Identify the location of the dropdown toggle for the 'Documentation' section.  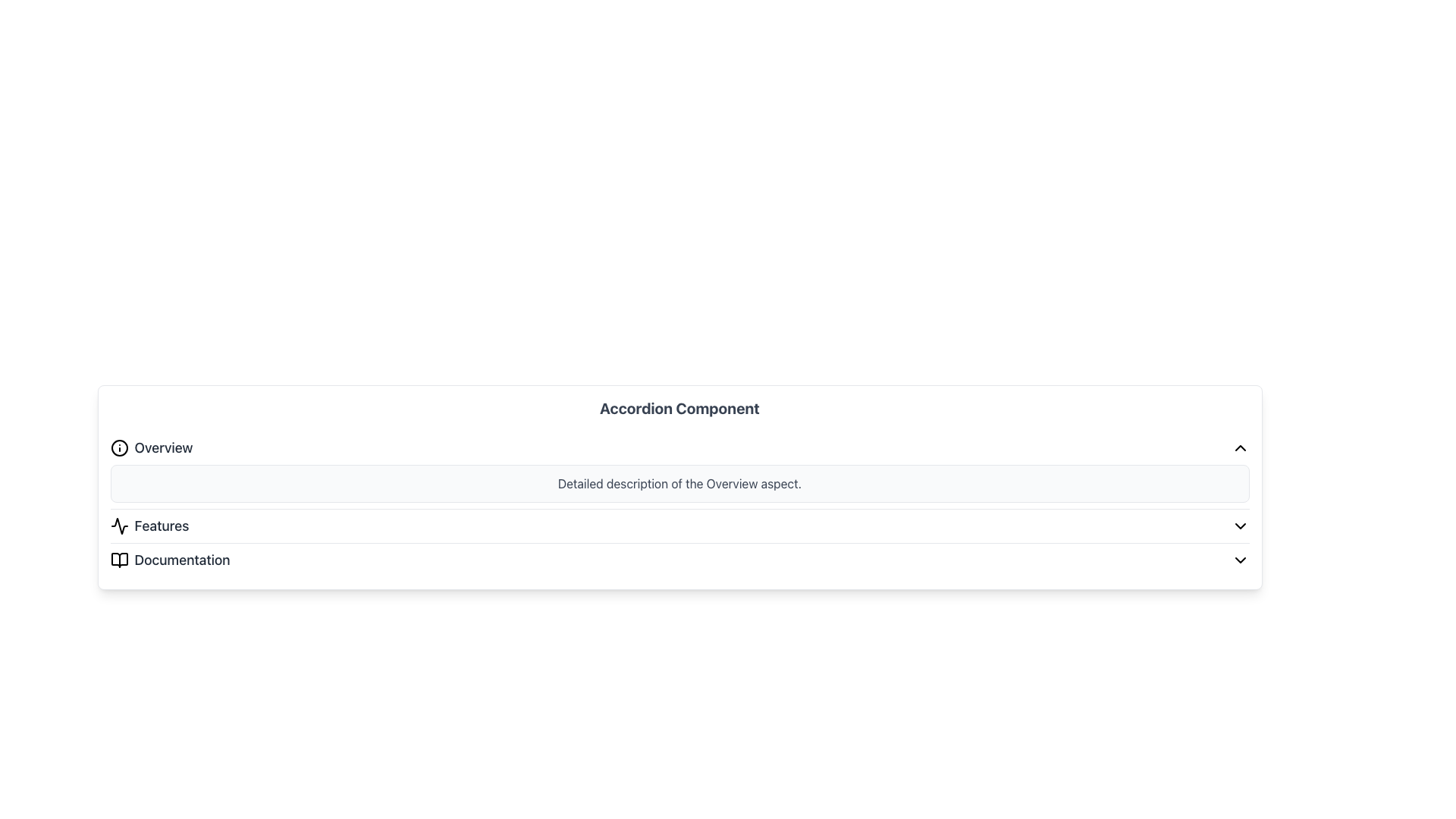
(679, 560).